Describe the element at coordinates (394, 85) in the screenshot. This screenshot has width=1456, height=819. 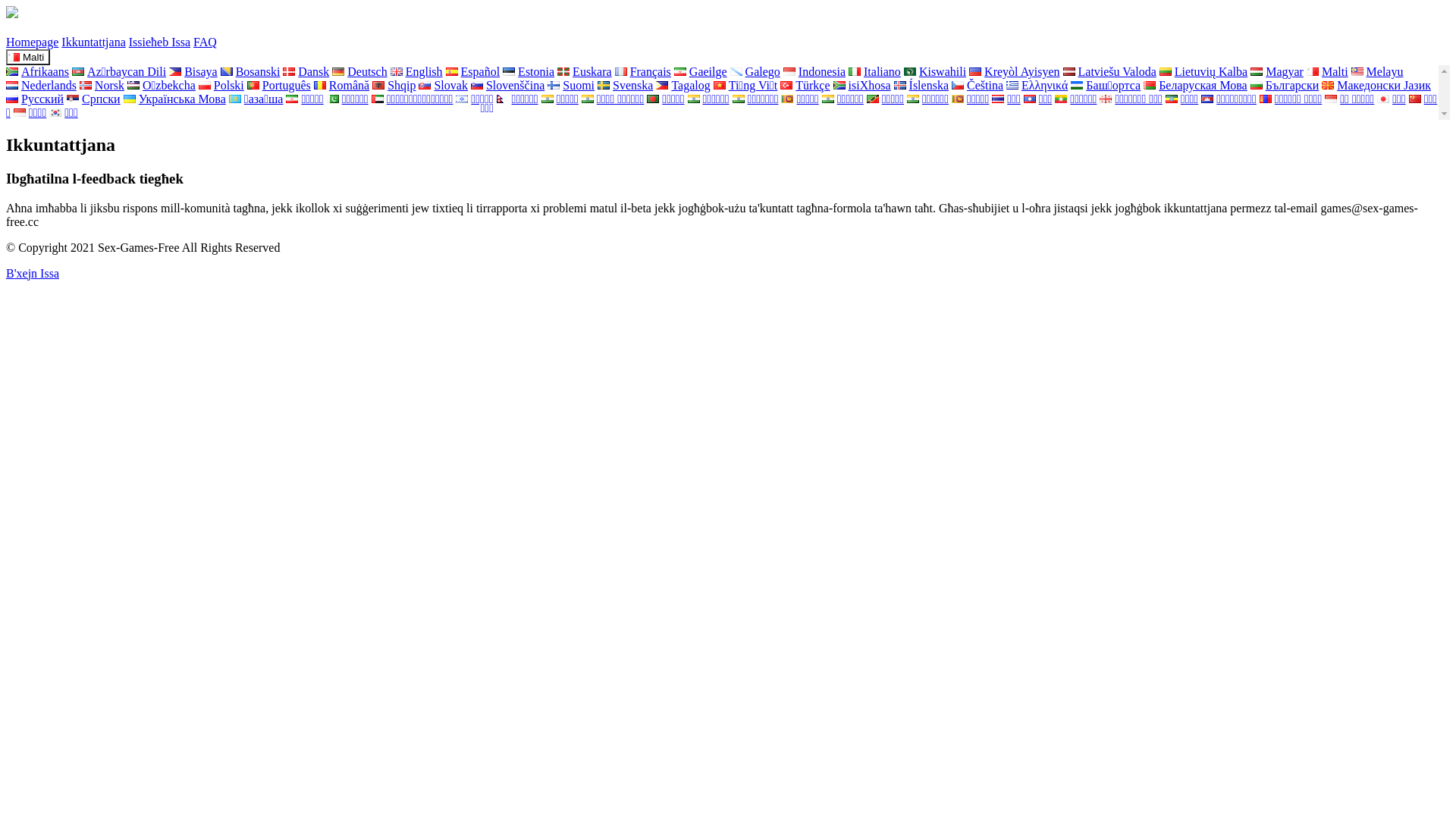
I see `'Shqip'` at that location.